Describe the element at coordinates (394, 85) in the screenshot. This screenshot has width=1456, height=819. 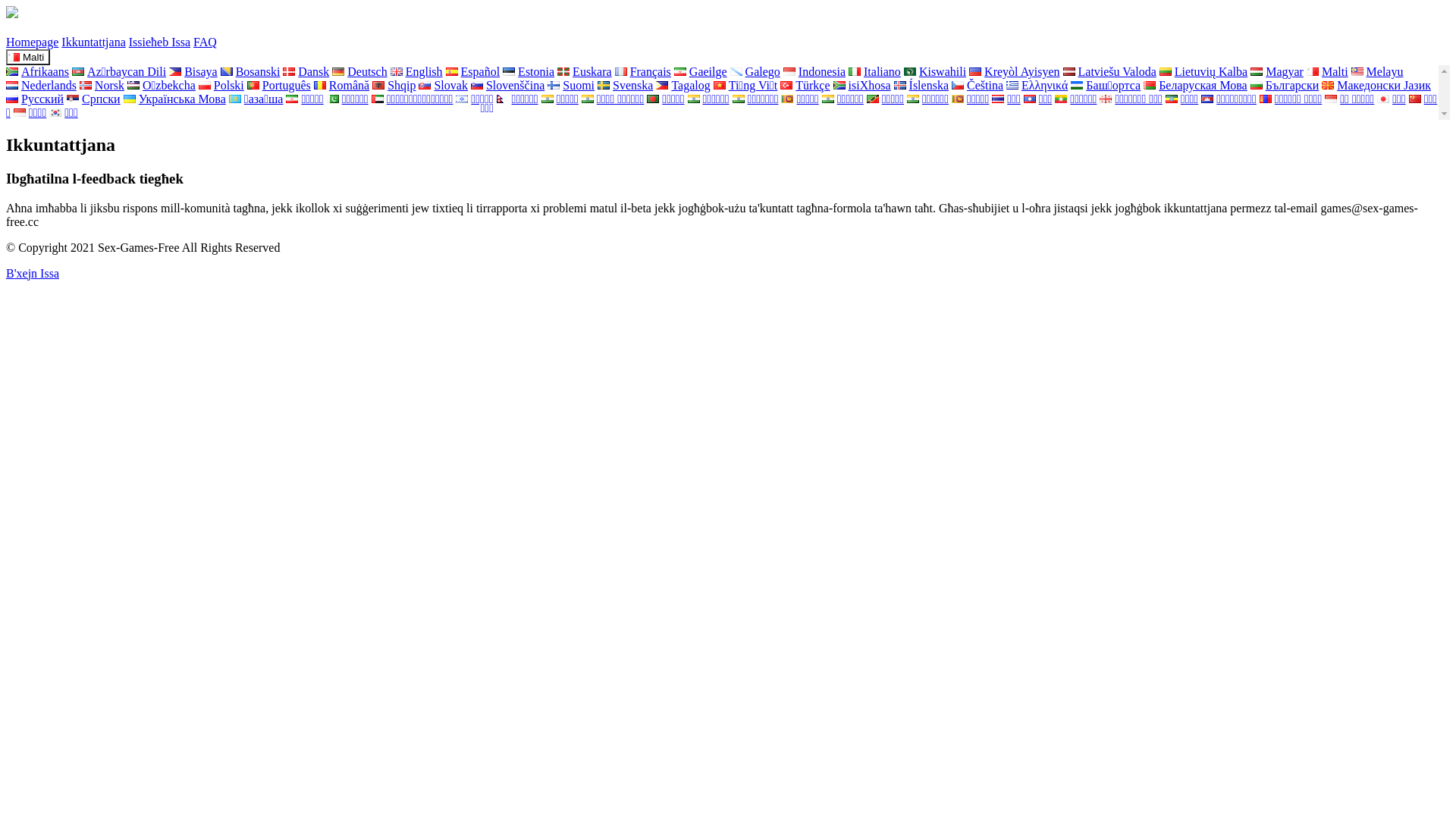
I see `'Shqip'` at that location.